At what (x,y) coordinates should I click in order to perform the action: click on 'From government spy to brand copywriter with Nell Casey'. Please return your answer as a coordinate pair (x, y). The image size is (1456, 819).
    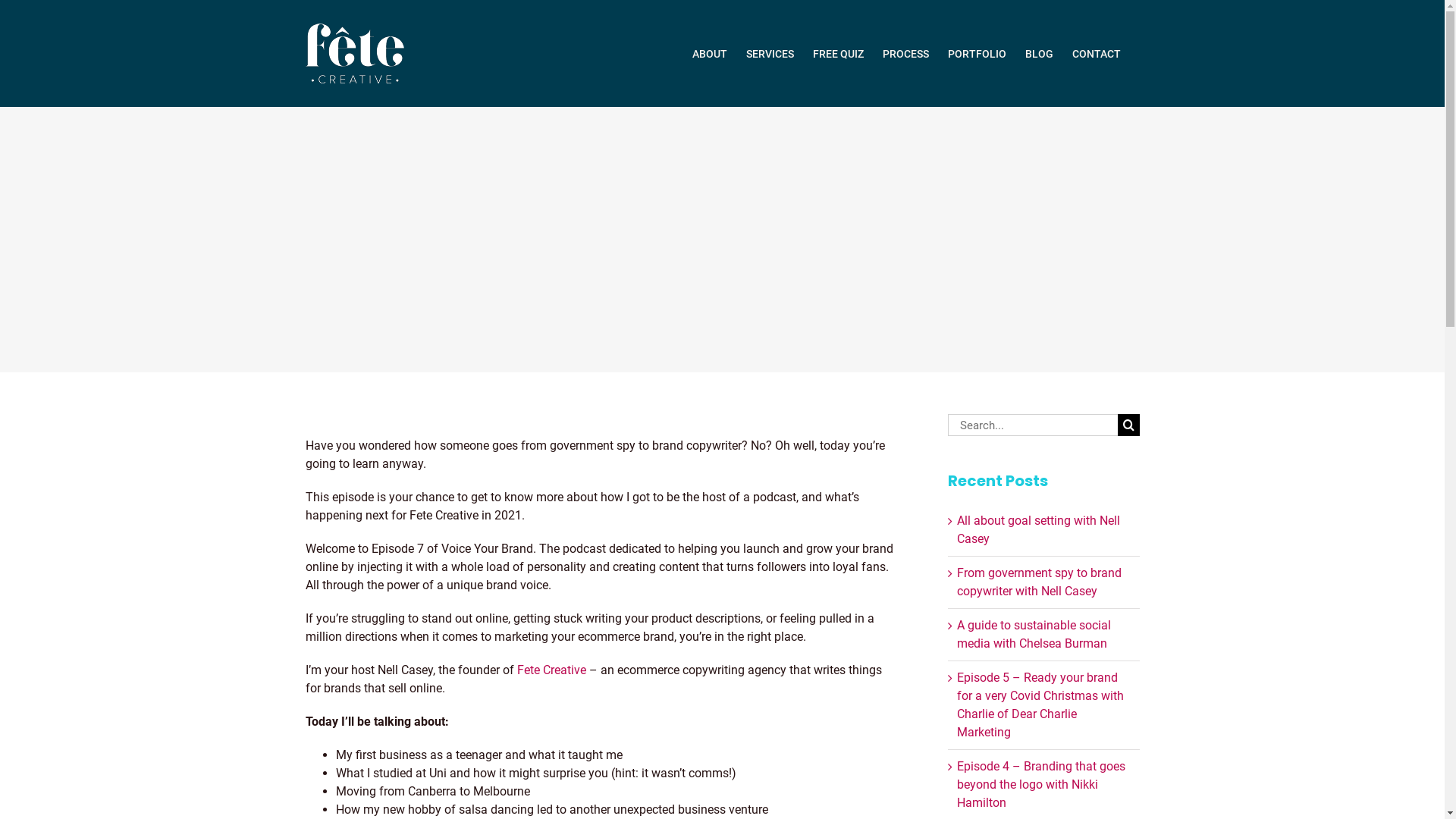
    Looking at the image, I should click on (1038, 581).